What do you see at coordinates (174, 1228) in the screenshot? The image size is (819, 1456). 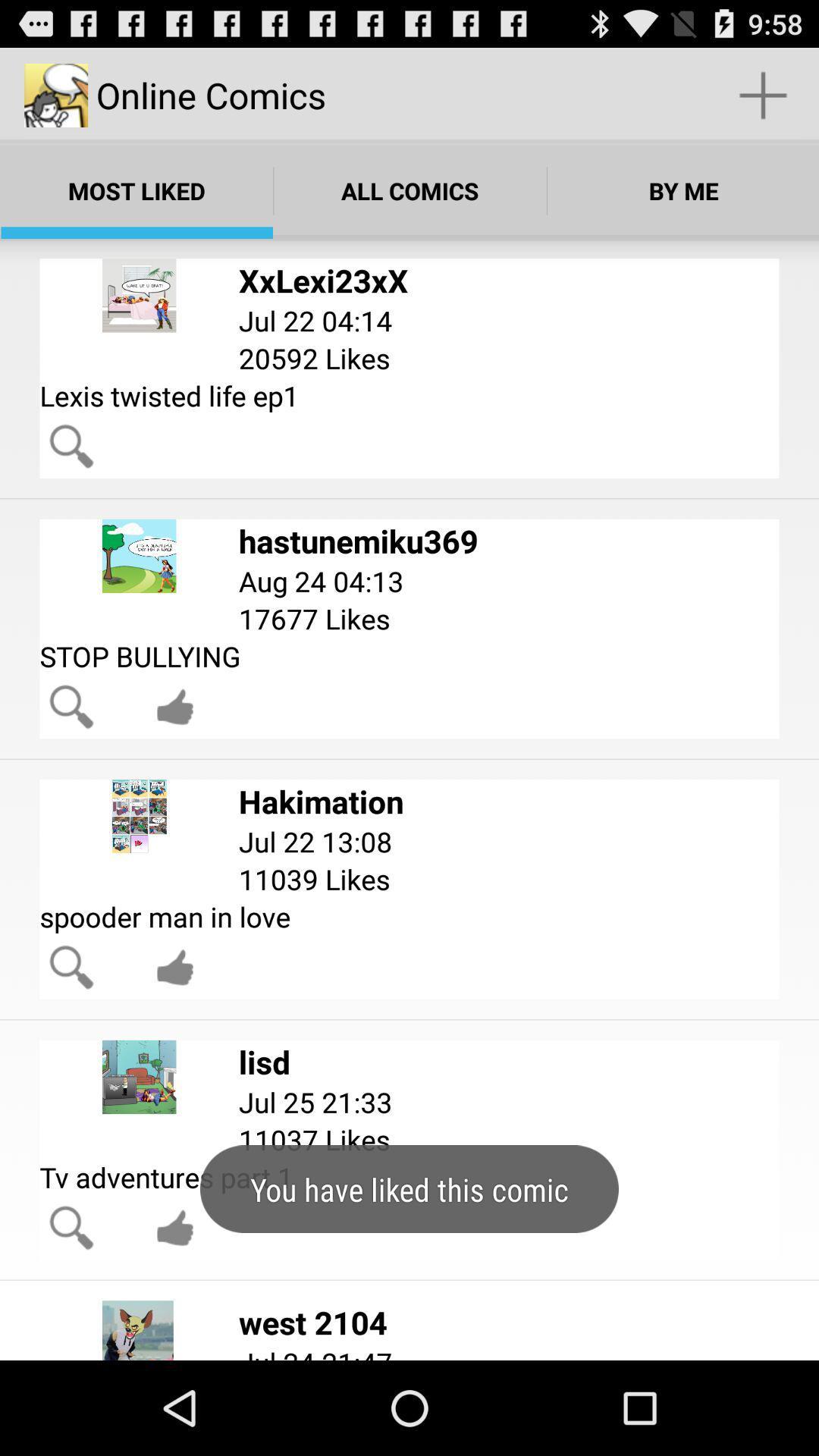 I see `like the comic` at bounding box center [174, 1228].